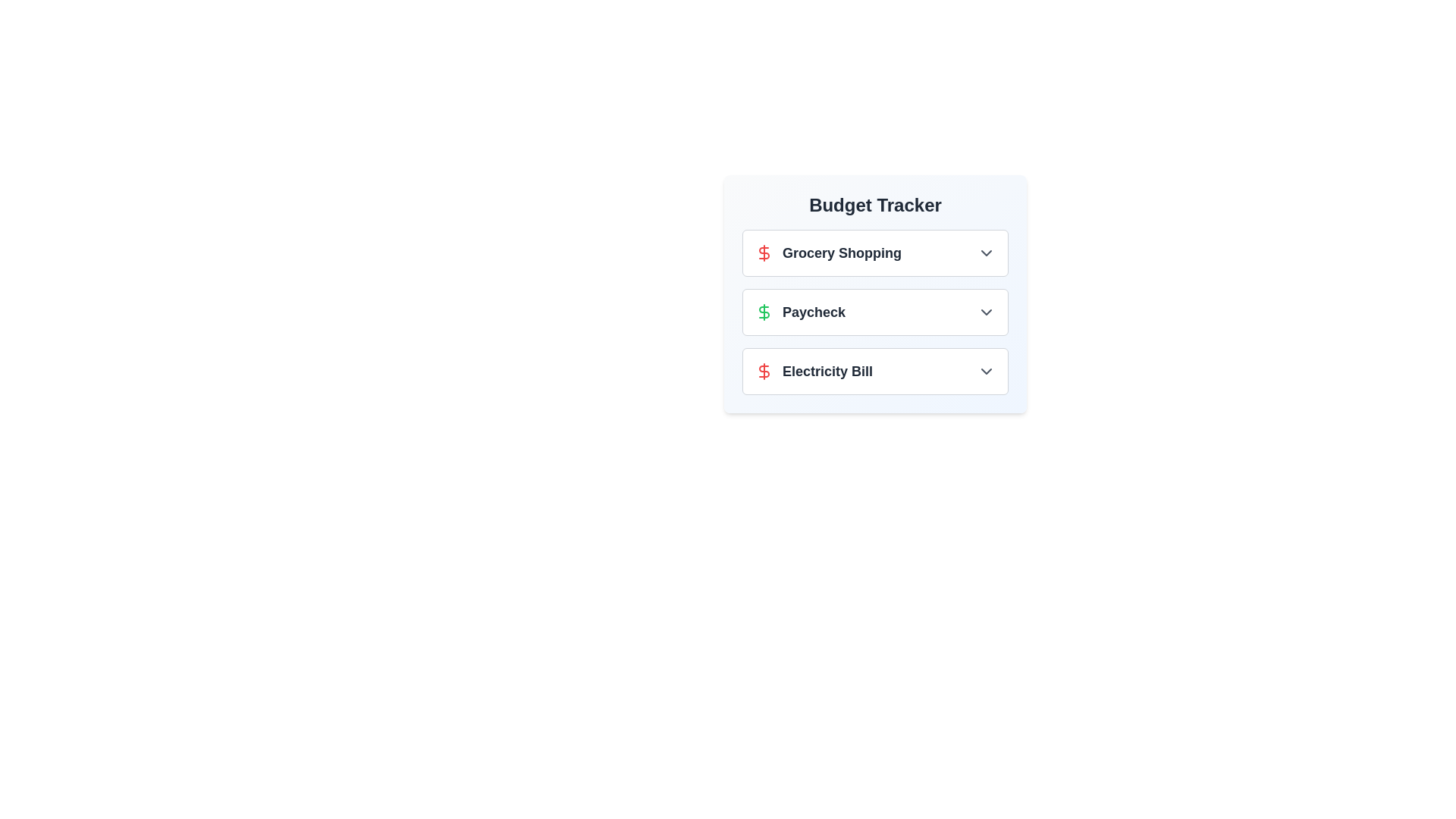  Describe the element at coordinates (764, 371) in the screenshot. I see `the icon representing the transaction type for Electricity Bill` at that location.